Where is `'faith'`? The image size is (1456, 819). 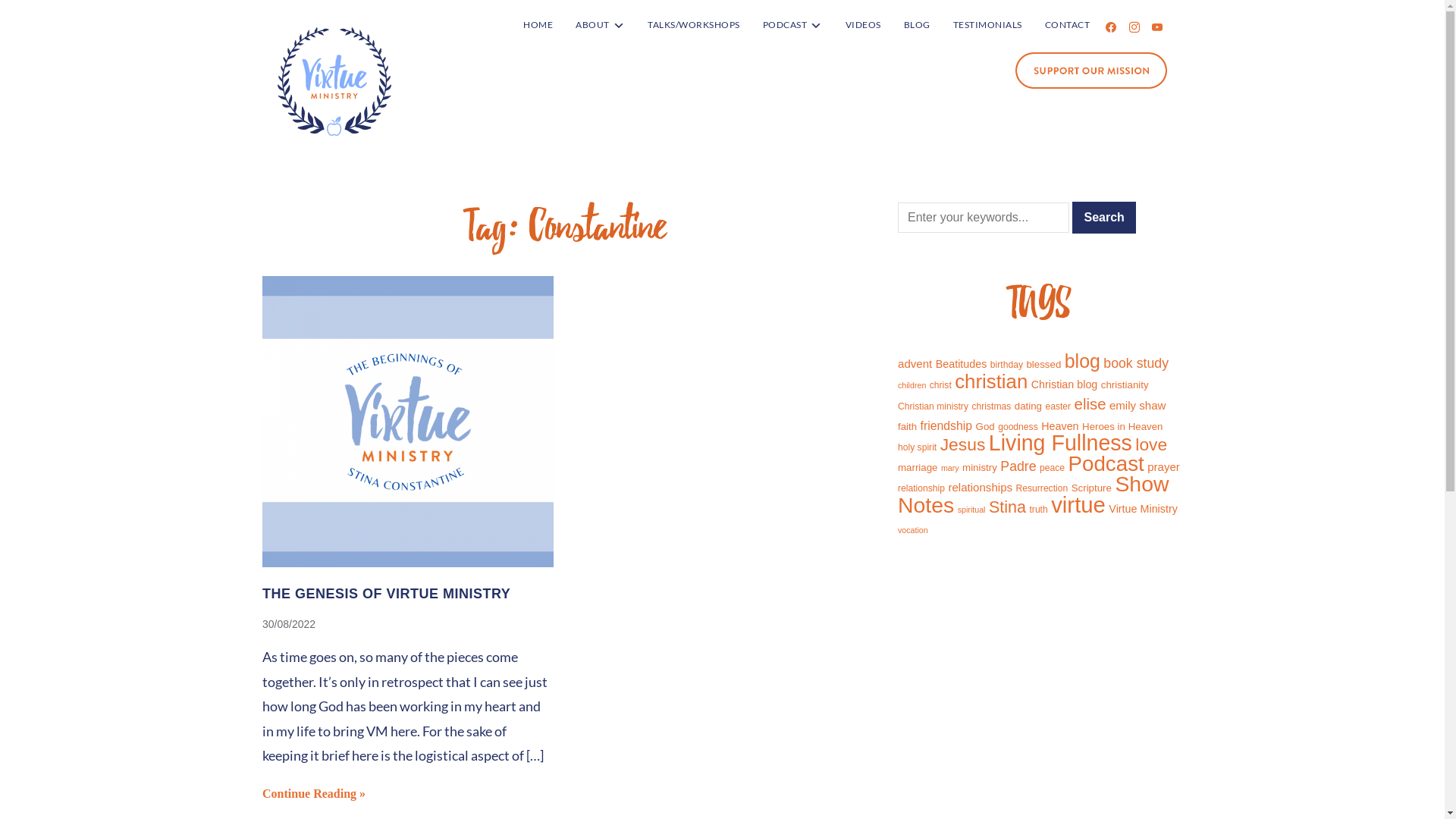 'faith' is located at coordinates (898, 426).